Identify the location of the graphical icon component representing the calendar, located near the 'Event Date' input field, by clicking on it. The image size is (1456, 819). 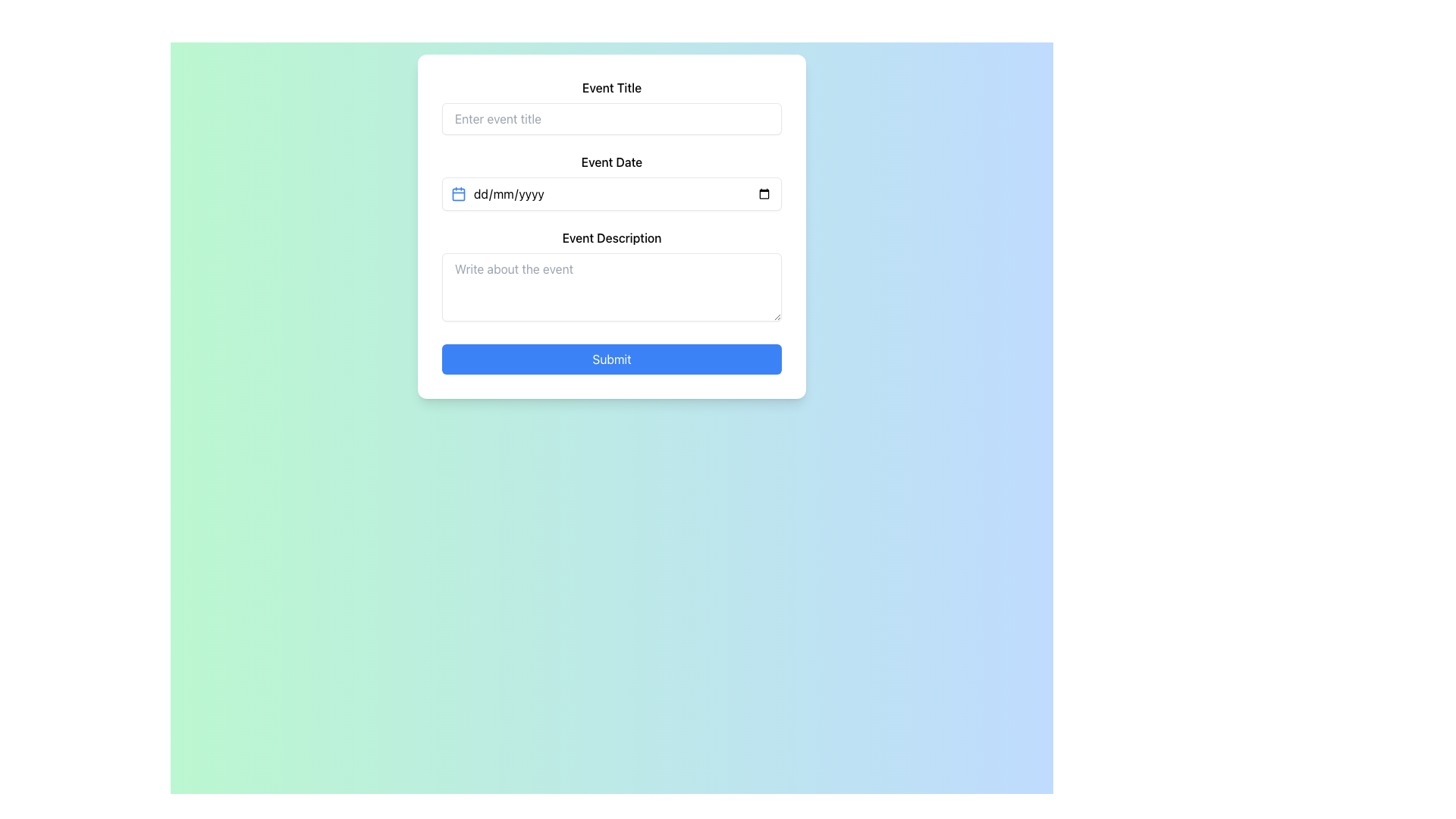
(457, 193).